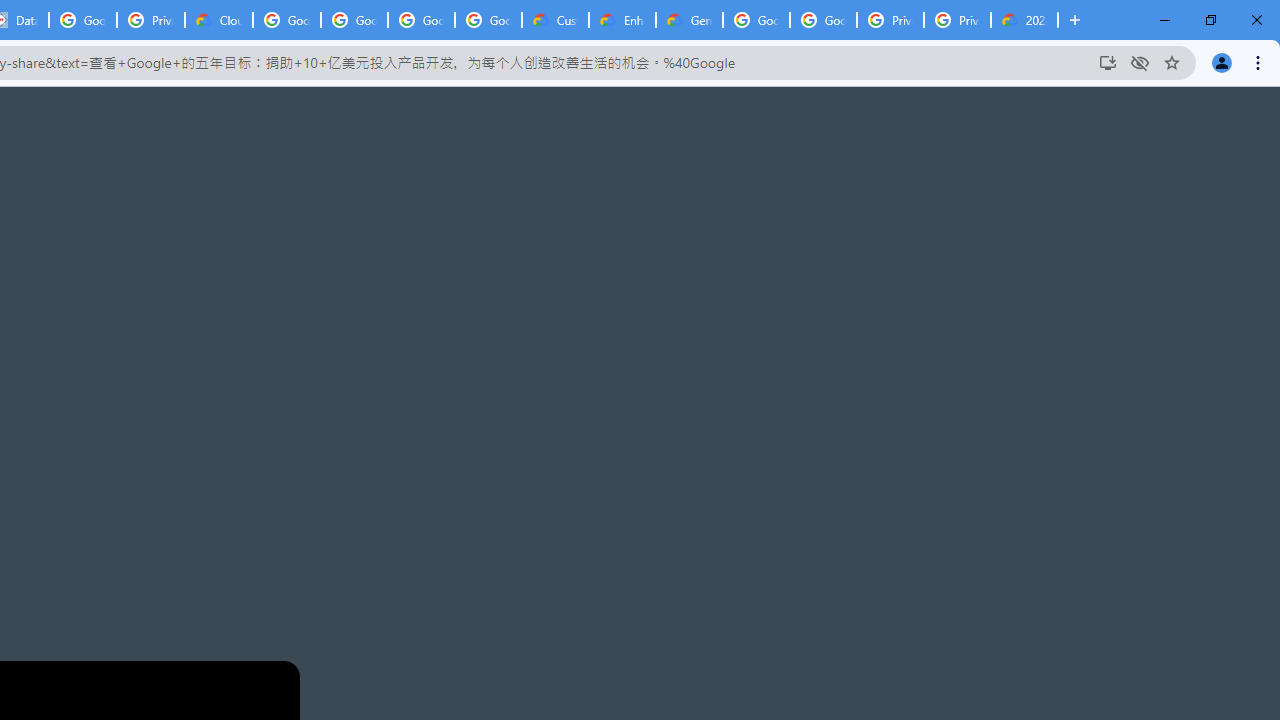 The height and width of the screenshot is (720, 1280). I want to click on 'Google Workspace - Specific Terms', so click(420, 20).